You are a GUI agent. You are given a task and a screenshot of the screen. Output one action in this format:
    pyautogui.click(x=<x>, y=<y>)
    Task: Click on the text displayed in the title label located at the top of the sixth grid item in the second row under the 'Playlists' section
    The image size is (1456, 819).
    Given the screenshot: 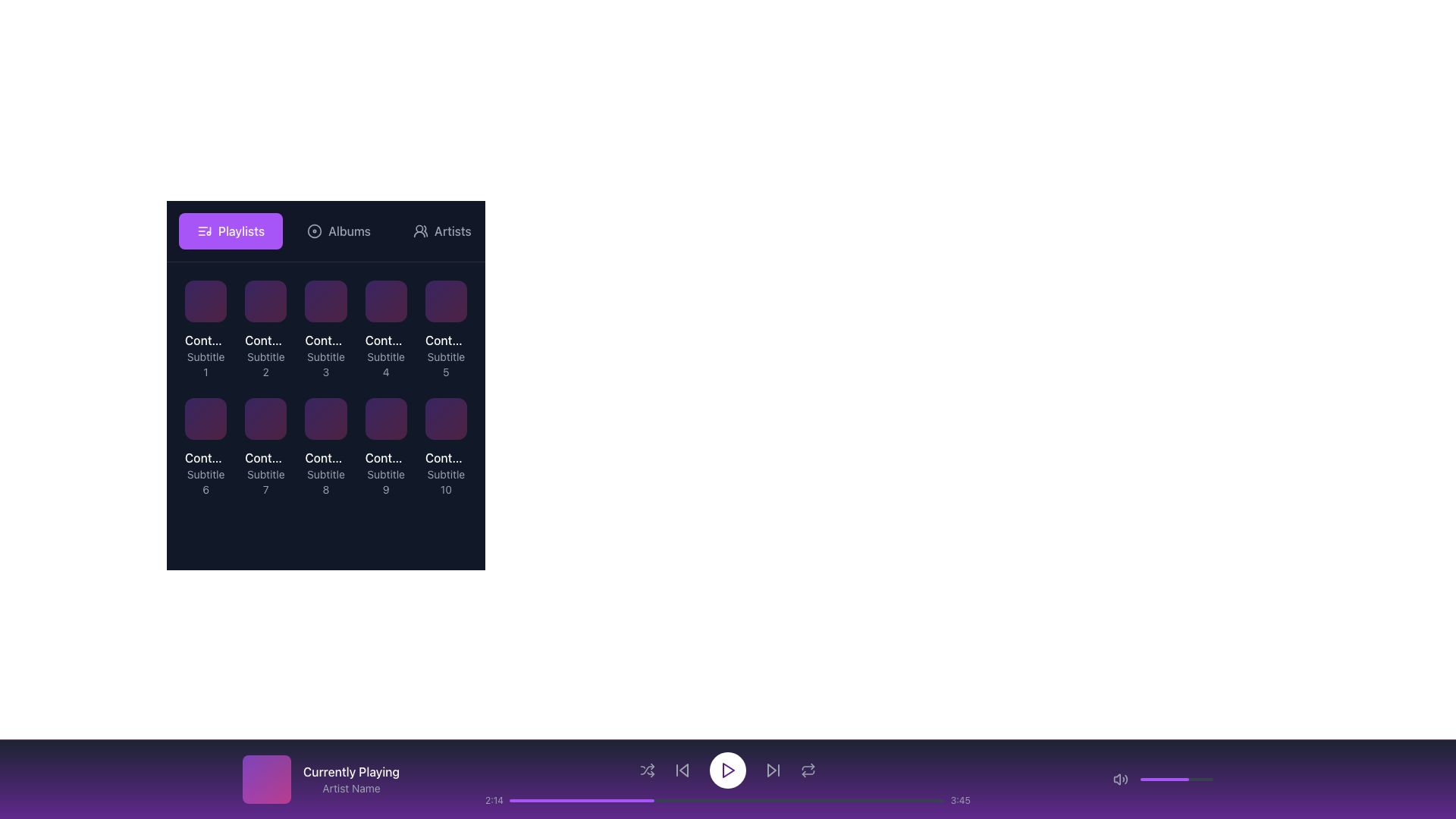 What is the action you would take?
    pyautogui.click(x=205, y=457)
    